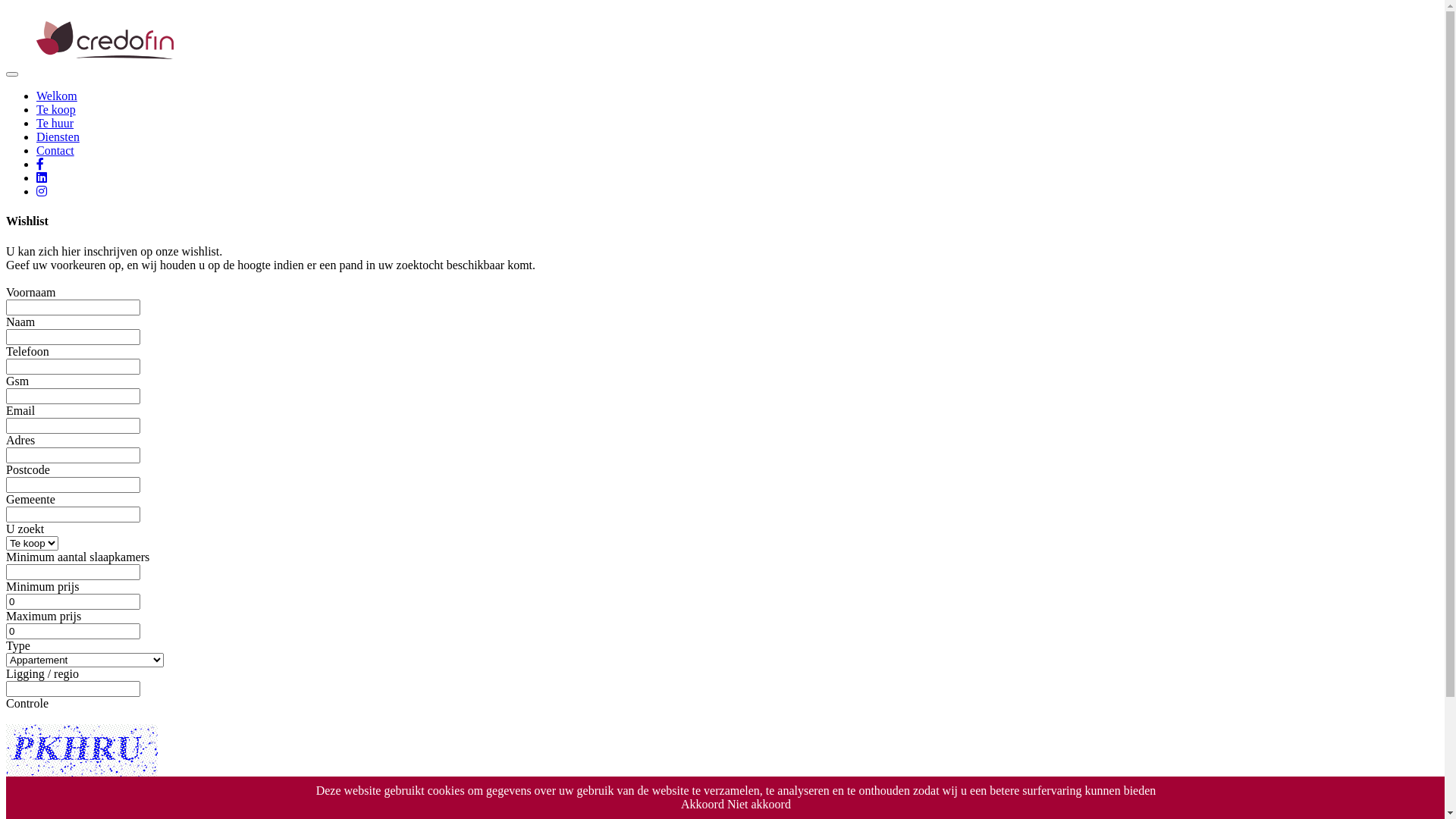 The image size is (1456, 819). What do you see at coordinates (57, 96) in the screenshot?
I see `'Welkom'` at bounding box center [57, 96].